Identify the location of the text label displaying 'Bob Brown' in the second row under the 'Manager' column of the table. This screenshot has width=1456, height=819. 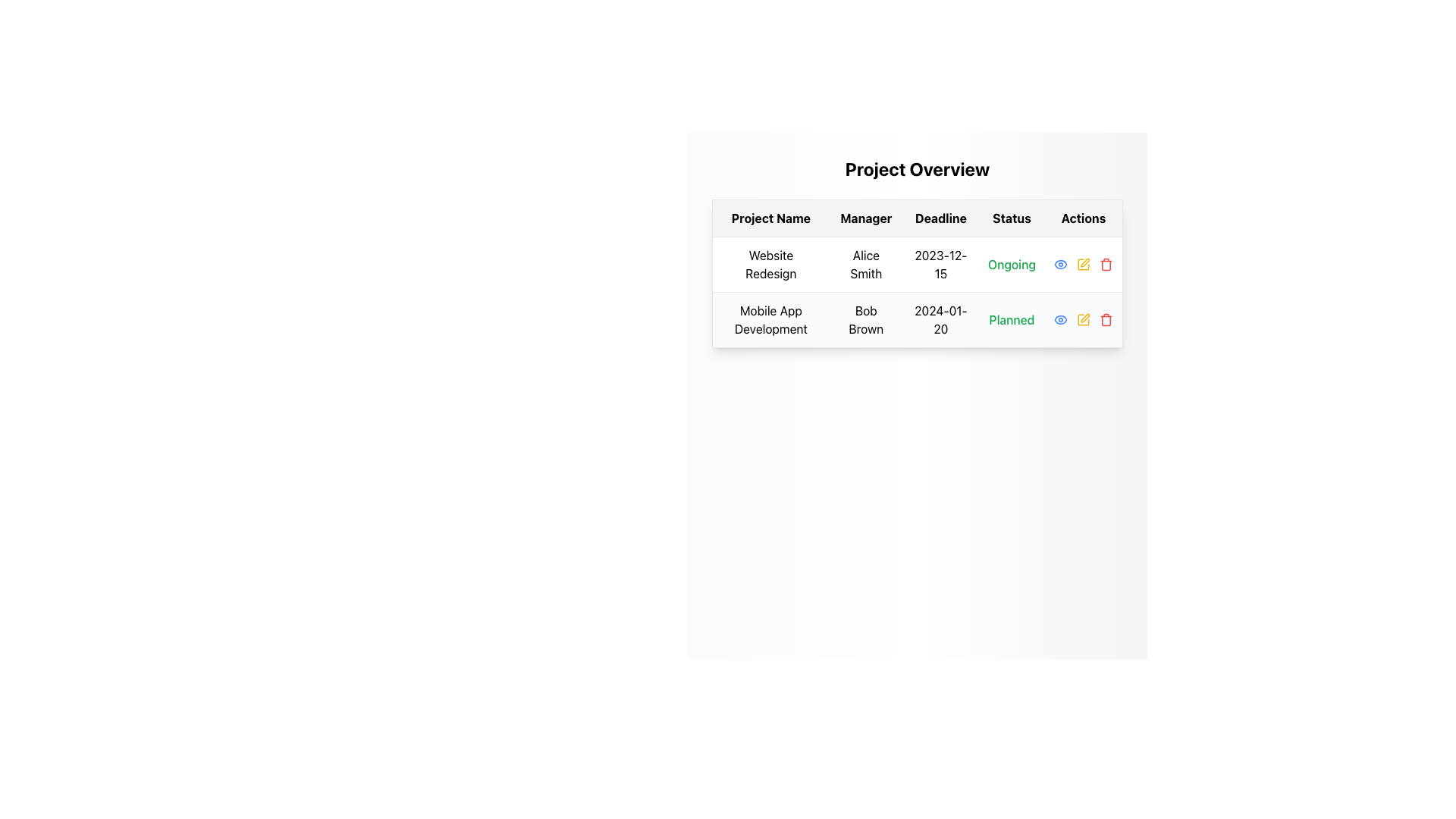
(866, 318).